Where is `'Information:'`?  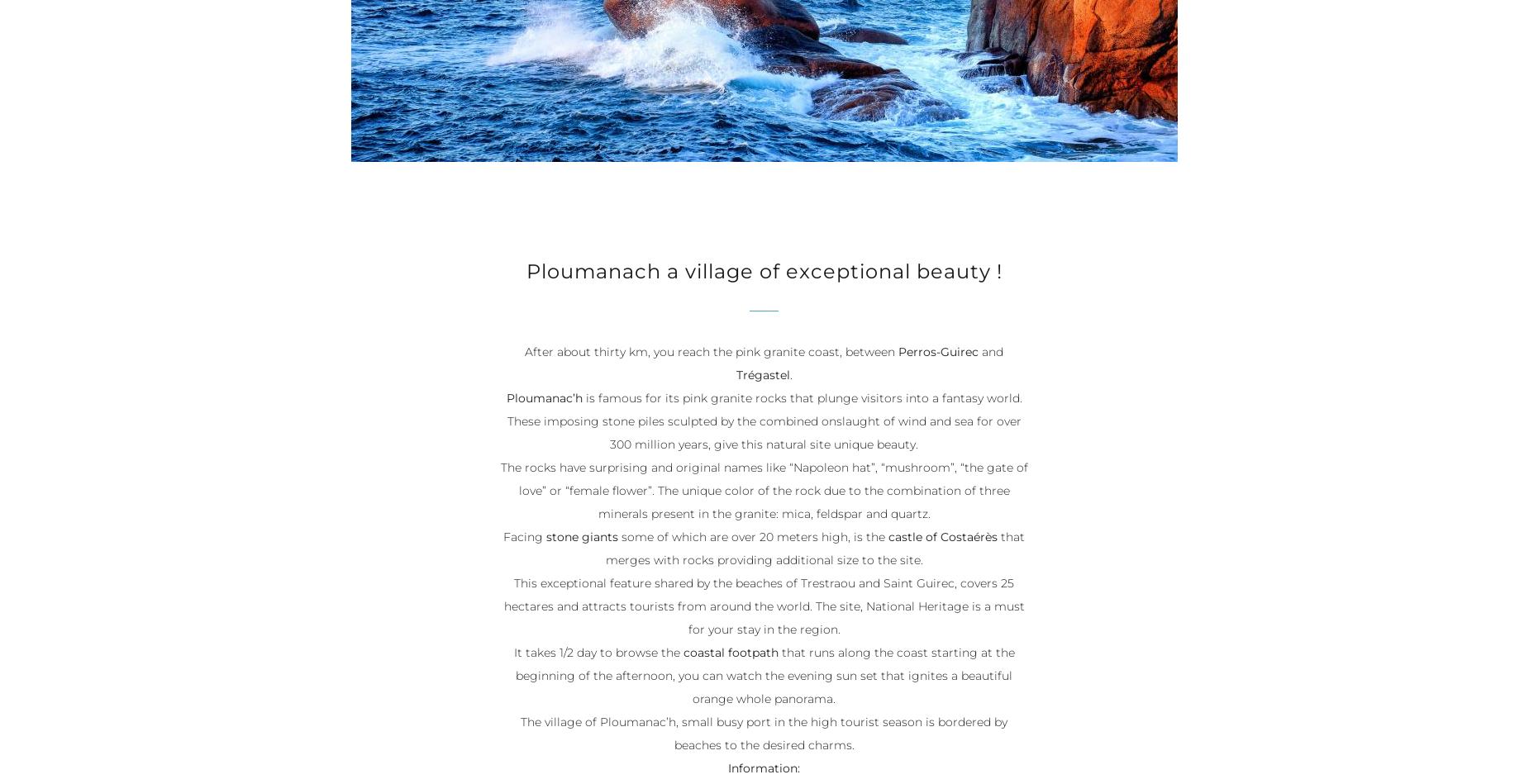
'Information:' is located at coordinates (764, 767).